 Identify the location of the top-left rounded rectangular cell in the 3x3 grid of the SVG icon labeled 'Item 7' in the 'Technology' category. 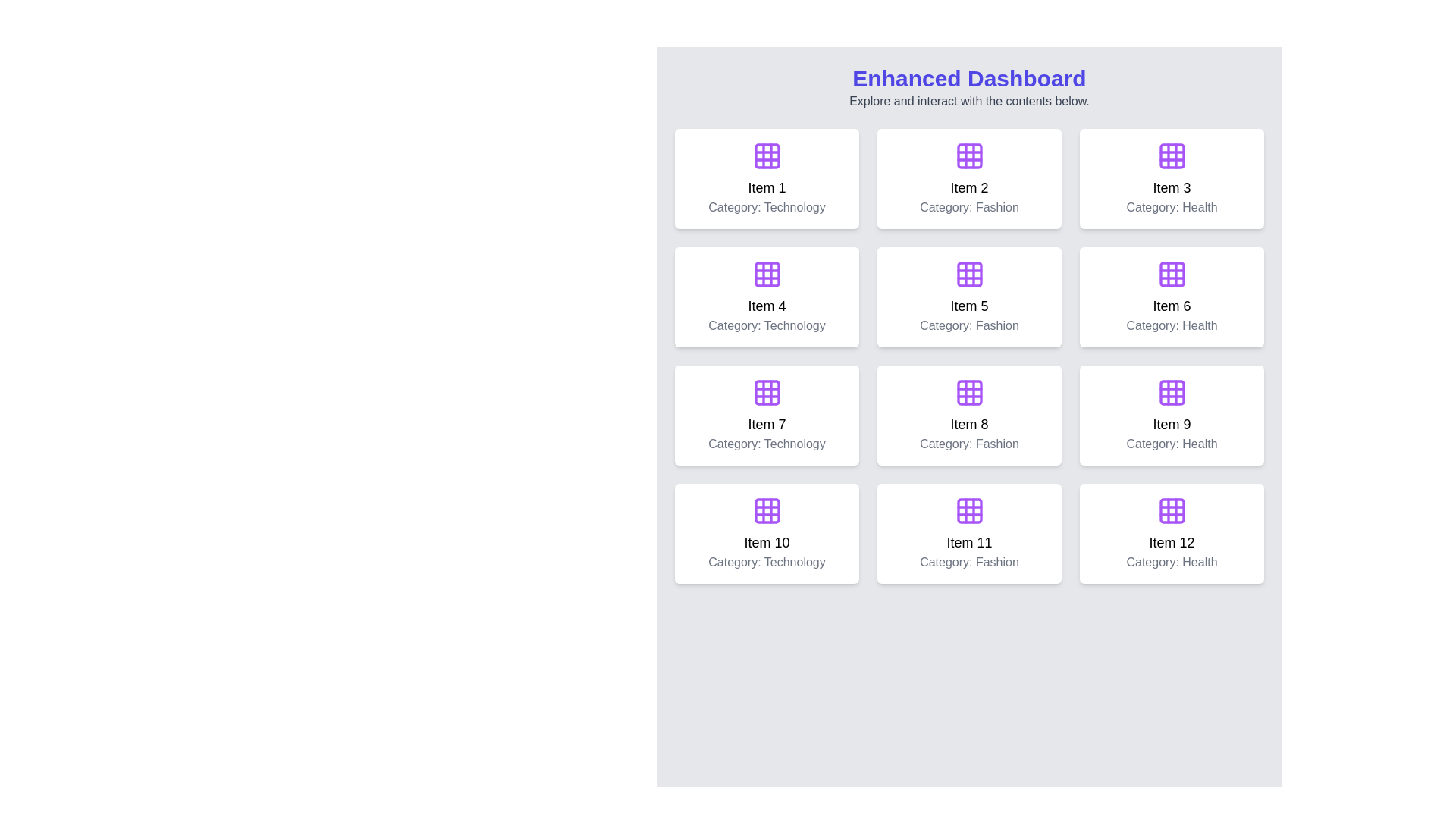
(767, 391).